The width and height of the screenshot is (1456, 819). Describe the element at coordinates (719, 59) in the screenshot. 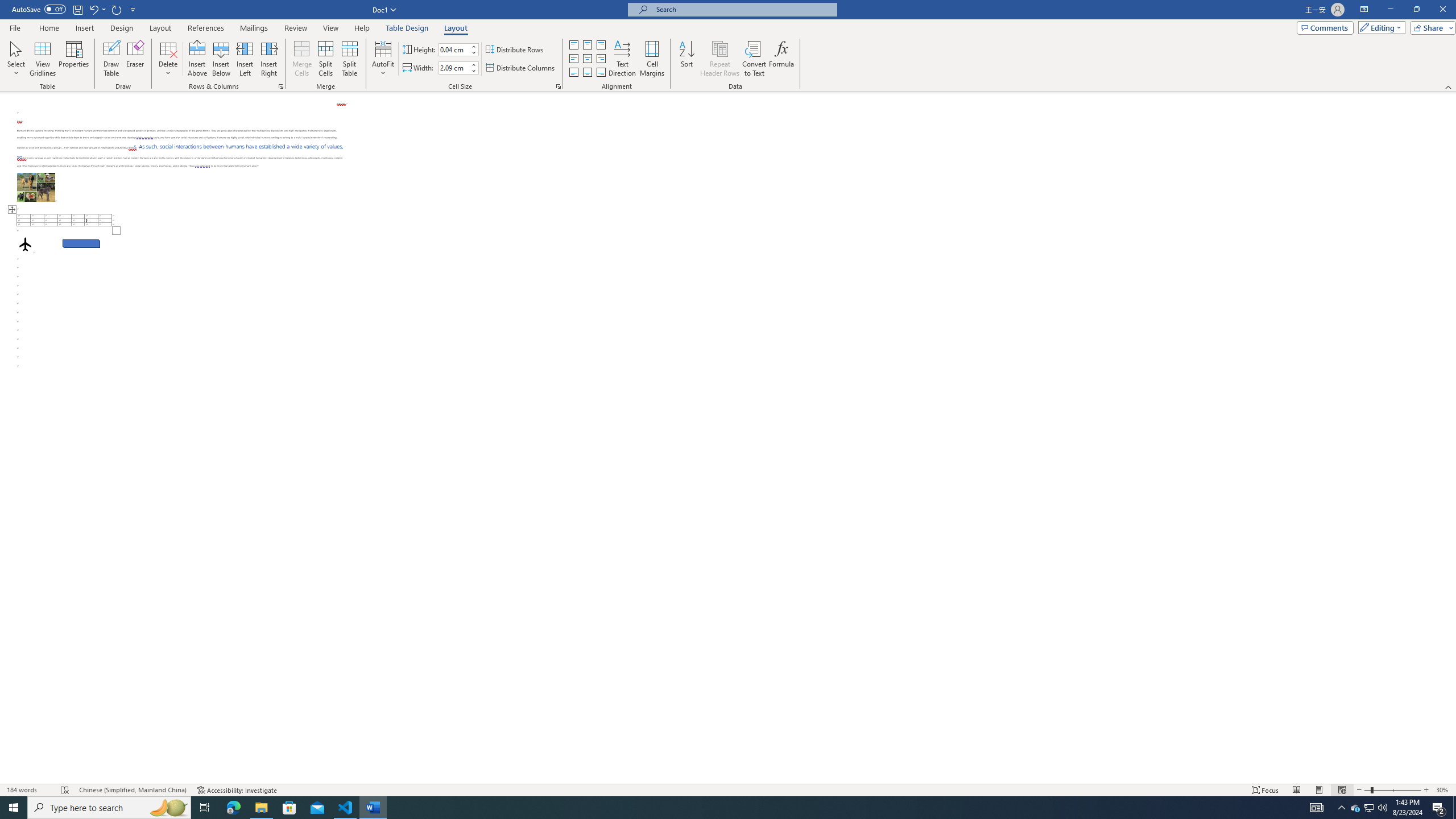

I see `'Repeat Header Rows'` at that location.